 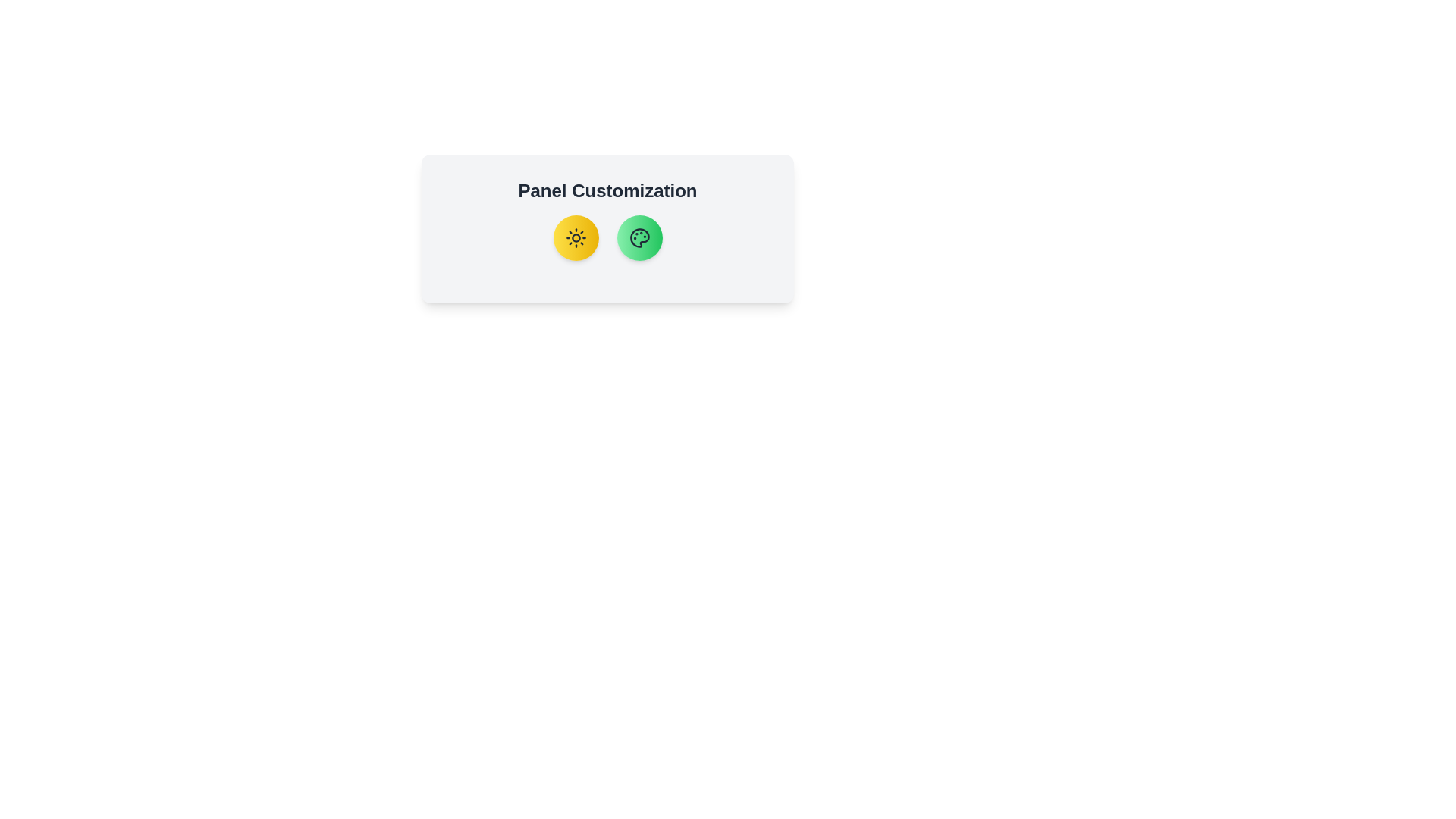 What do you see at coordinates (575, 237) in the screenshot?
I see `the leftmost circular button with a yellow gradient background, which is used for sun-related or brightness-related options` at bounding box center [575, 237].